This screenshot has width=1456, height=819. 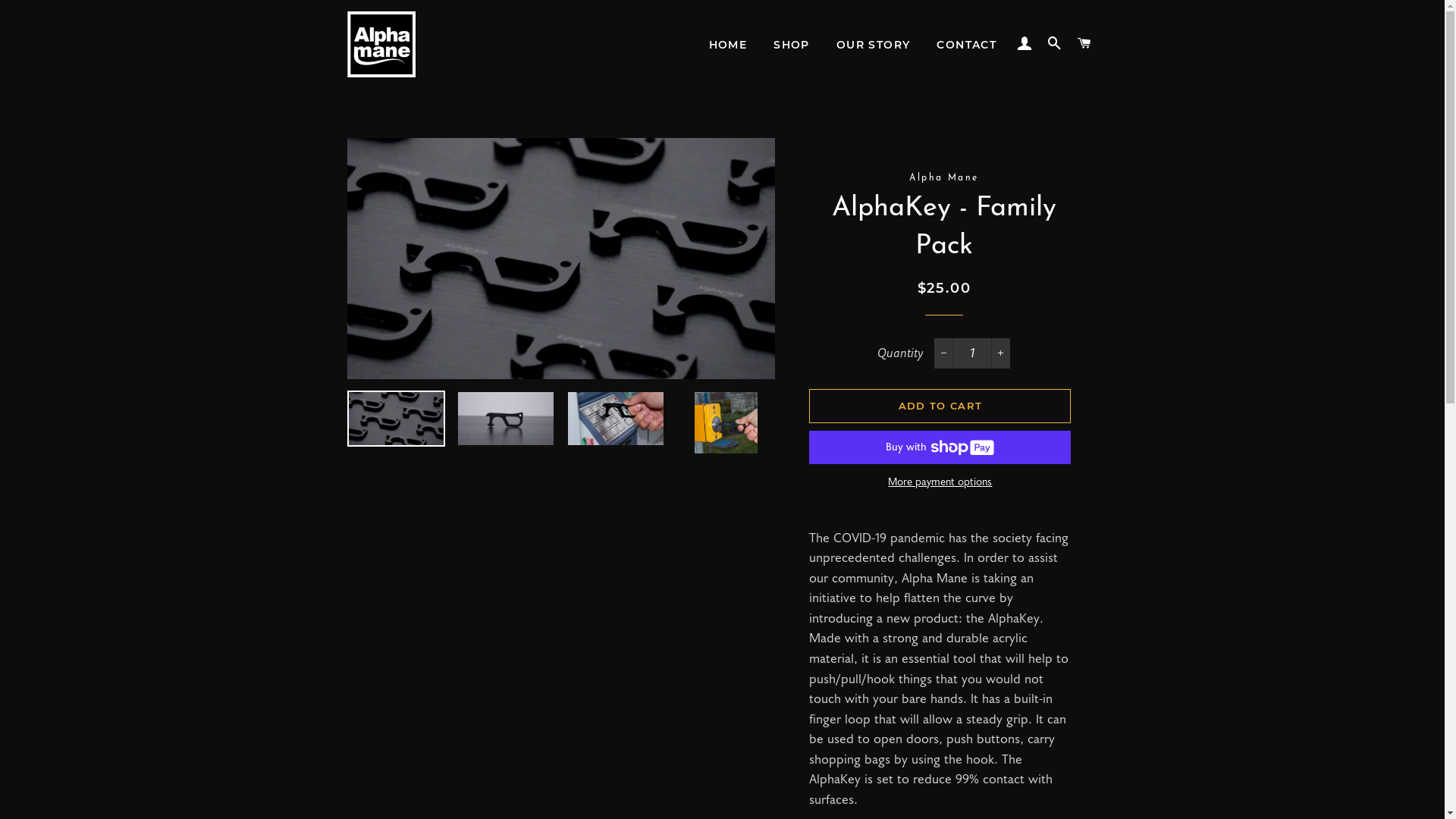 What do you see at coordinates (939, 482) in the screenshot?
I see `'More payment options'` at bounding box center [939, 482].